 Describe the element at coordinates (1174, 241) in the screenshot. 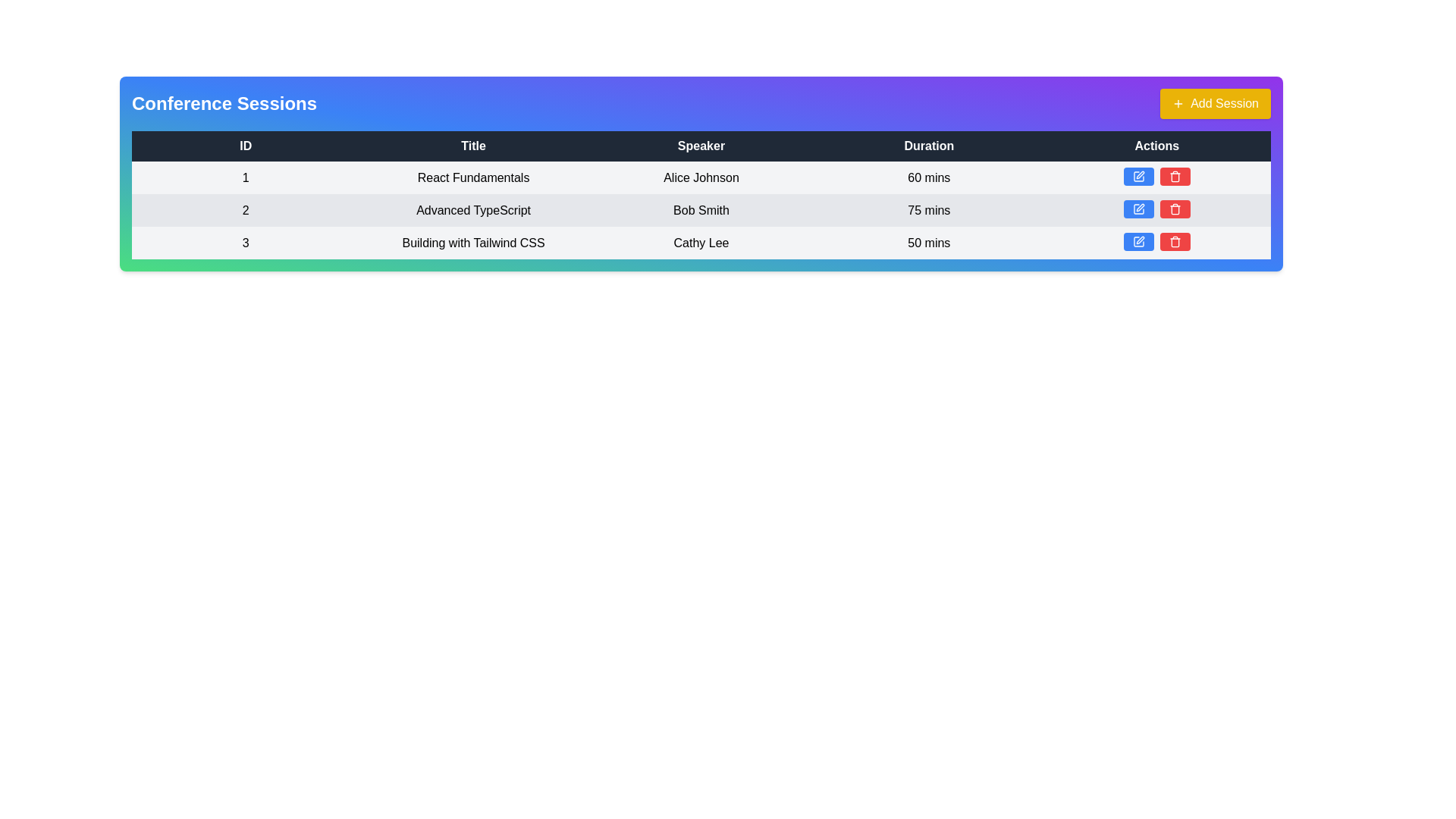

I see `the delete button with a trash bin icon located in the last column of the actions section of the third row under 'Conference Sessions' to observe the hover effects` at that location.